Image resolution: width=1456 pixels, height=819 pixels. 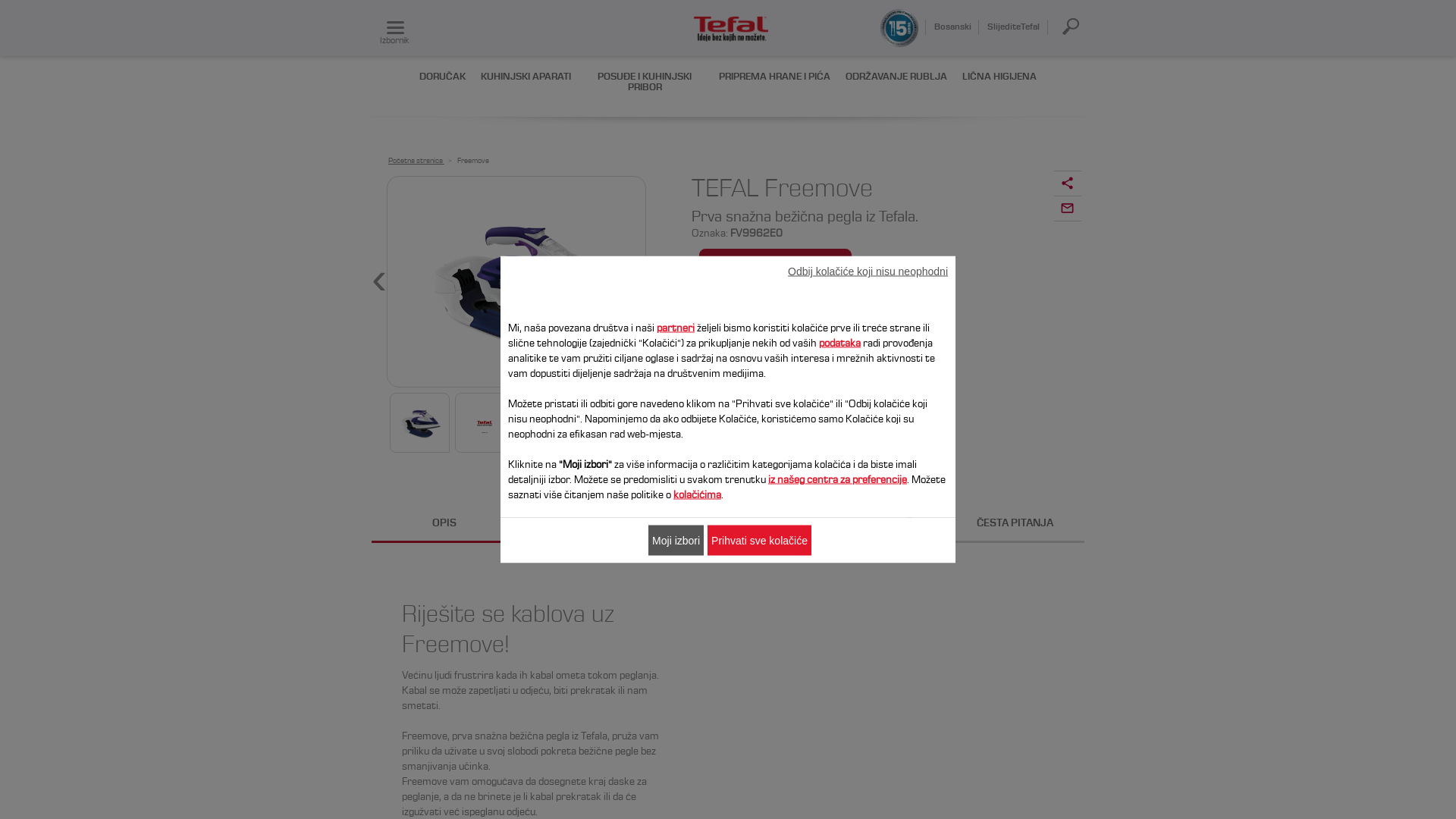 I want to click on 'SlijediteTefal', so click(x=1015, y=26).